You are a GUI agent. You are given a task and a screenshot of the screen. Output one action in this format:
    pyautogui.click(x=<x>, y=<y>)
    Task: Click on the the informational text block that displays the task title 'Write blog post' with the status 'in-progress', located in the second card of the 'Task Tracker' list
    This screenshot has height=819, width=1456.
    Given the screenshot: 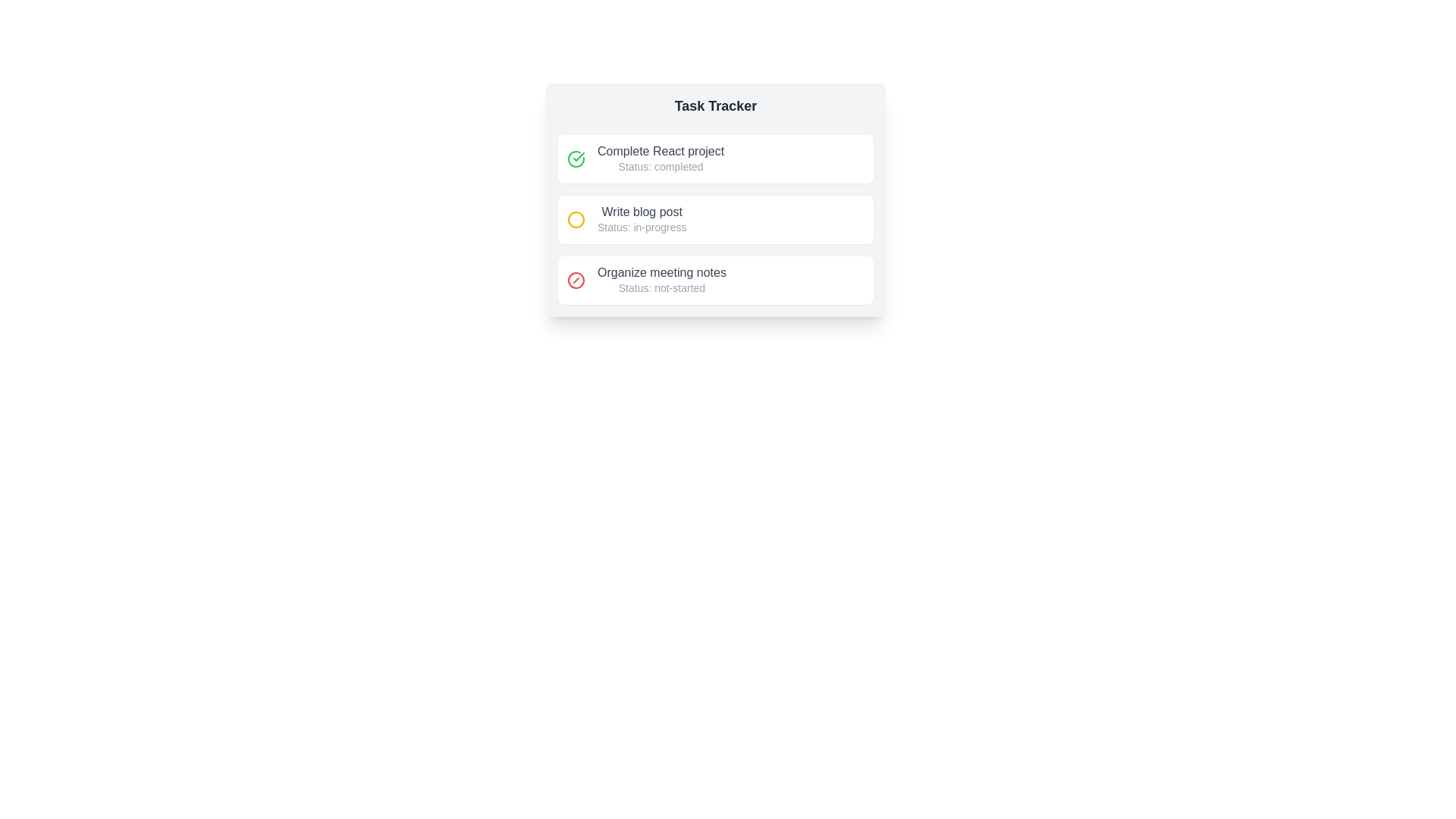 What is the action you would take?
    pyautogui.click(x=642, y=219)
    